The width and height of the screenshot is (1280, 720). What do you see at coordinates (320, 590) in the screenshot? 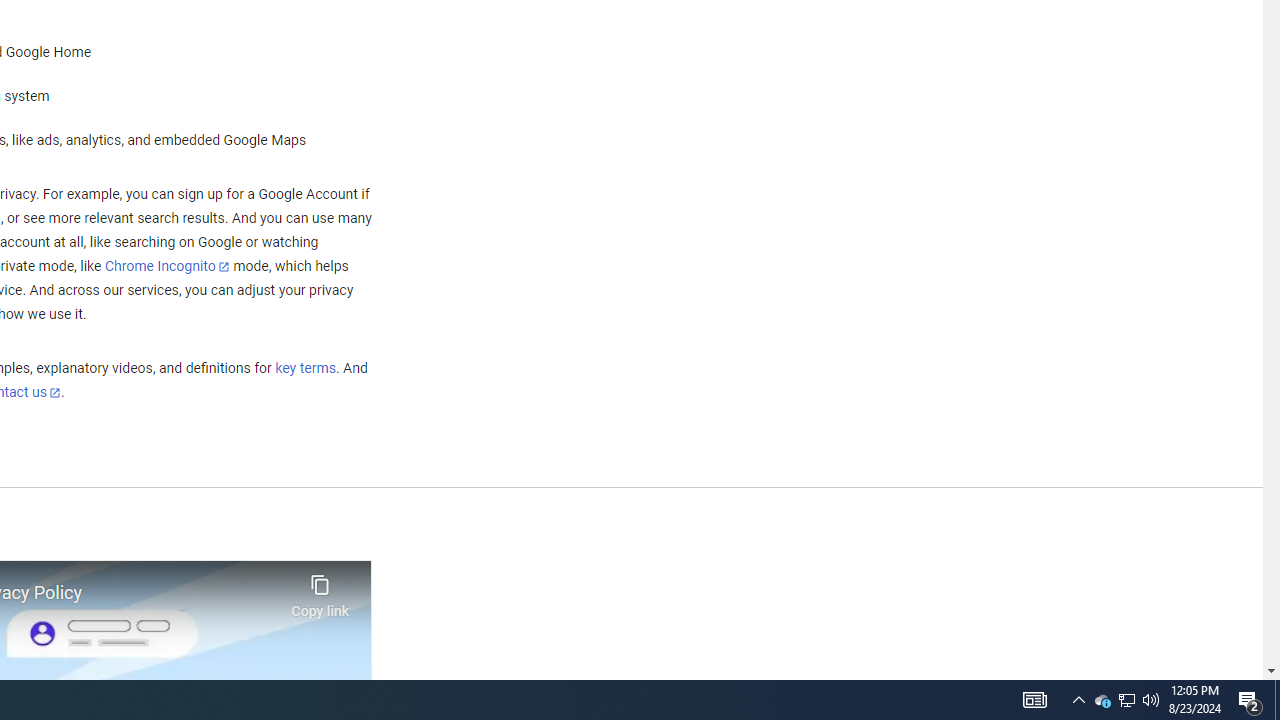
I see `'Copy link'` at bounding box center [320, 590].